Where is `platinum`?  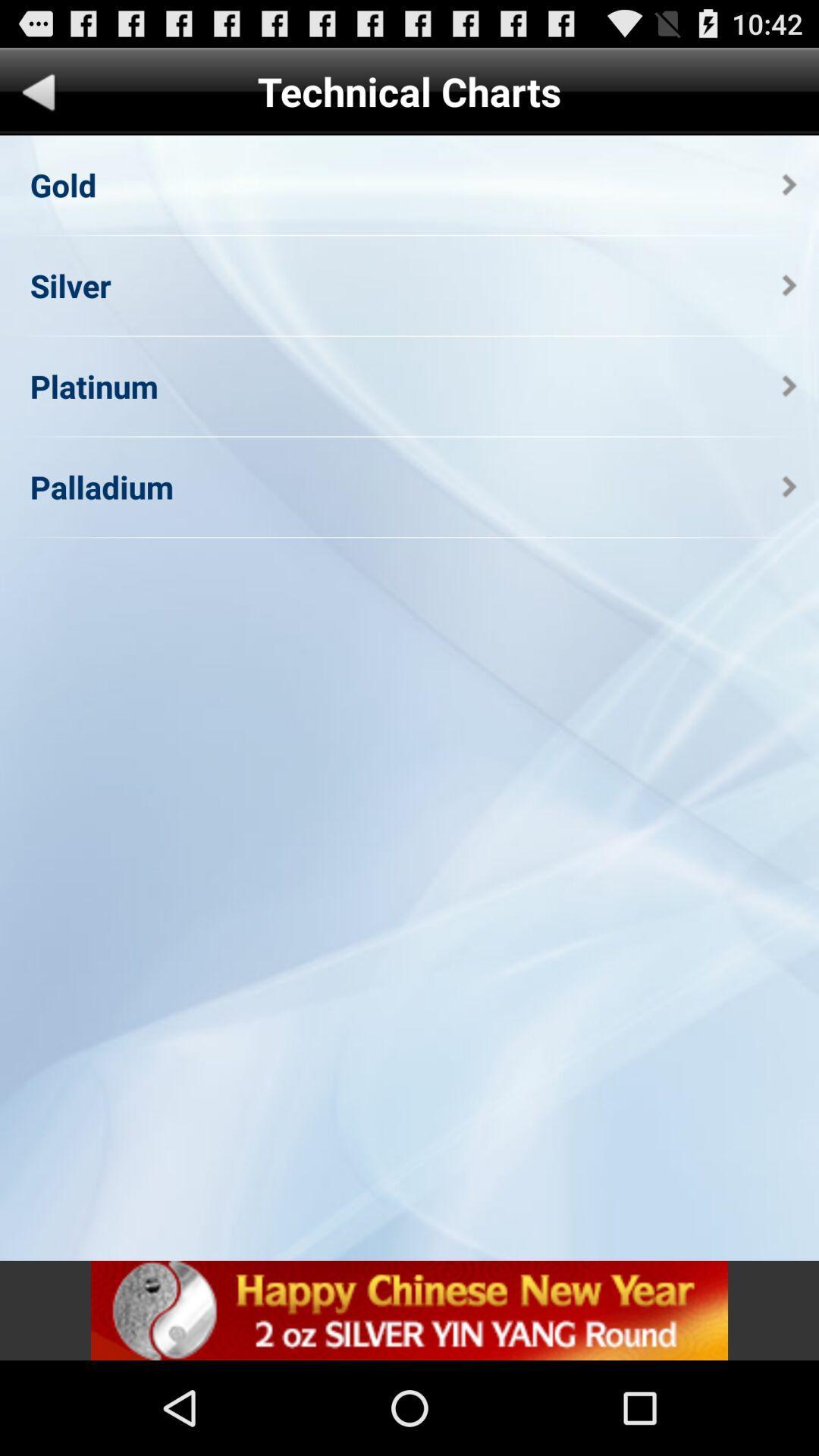 platinum is located at coordinates (94, 386).